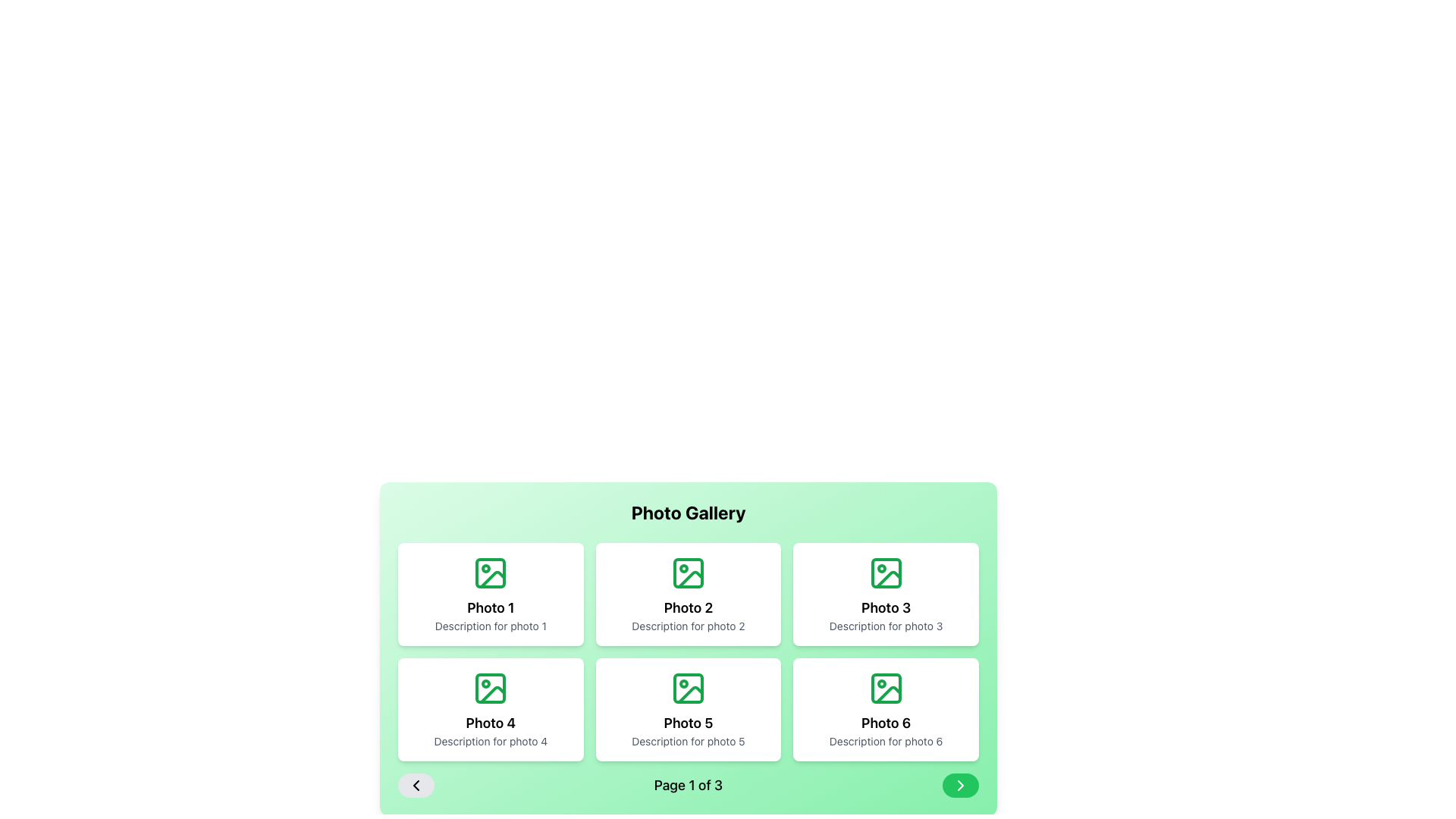 The image size is (1456, 819). I want to click on the second card in the photo gallery that displays an image and text, situated between 'Photo 1' and 'Photo 3', so click(687, 593).